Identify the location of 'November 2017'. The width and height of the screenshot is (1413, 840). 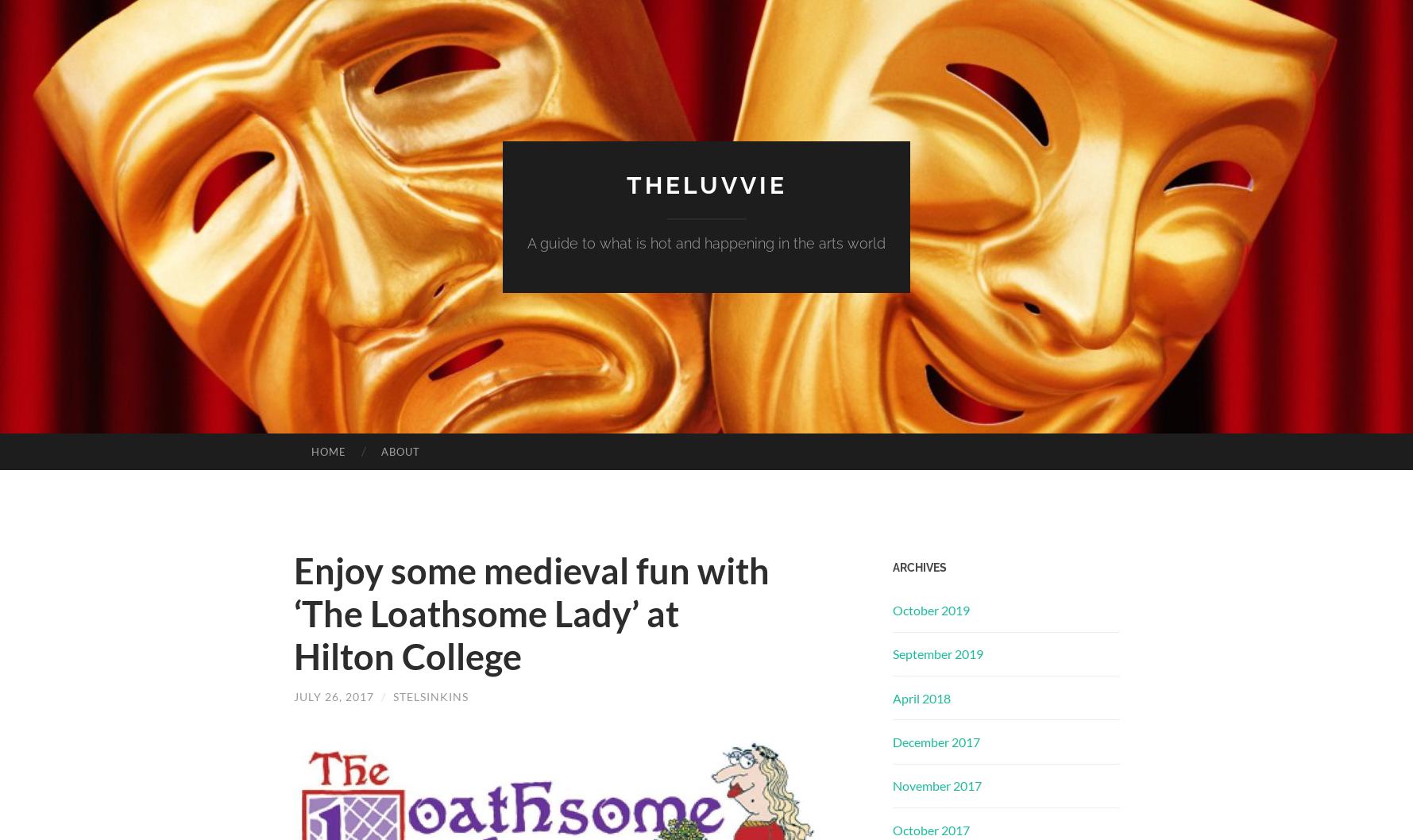
(892, 784).